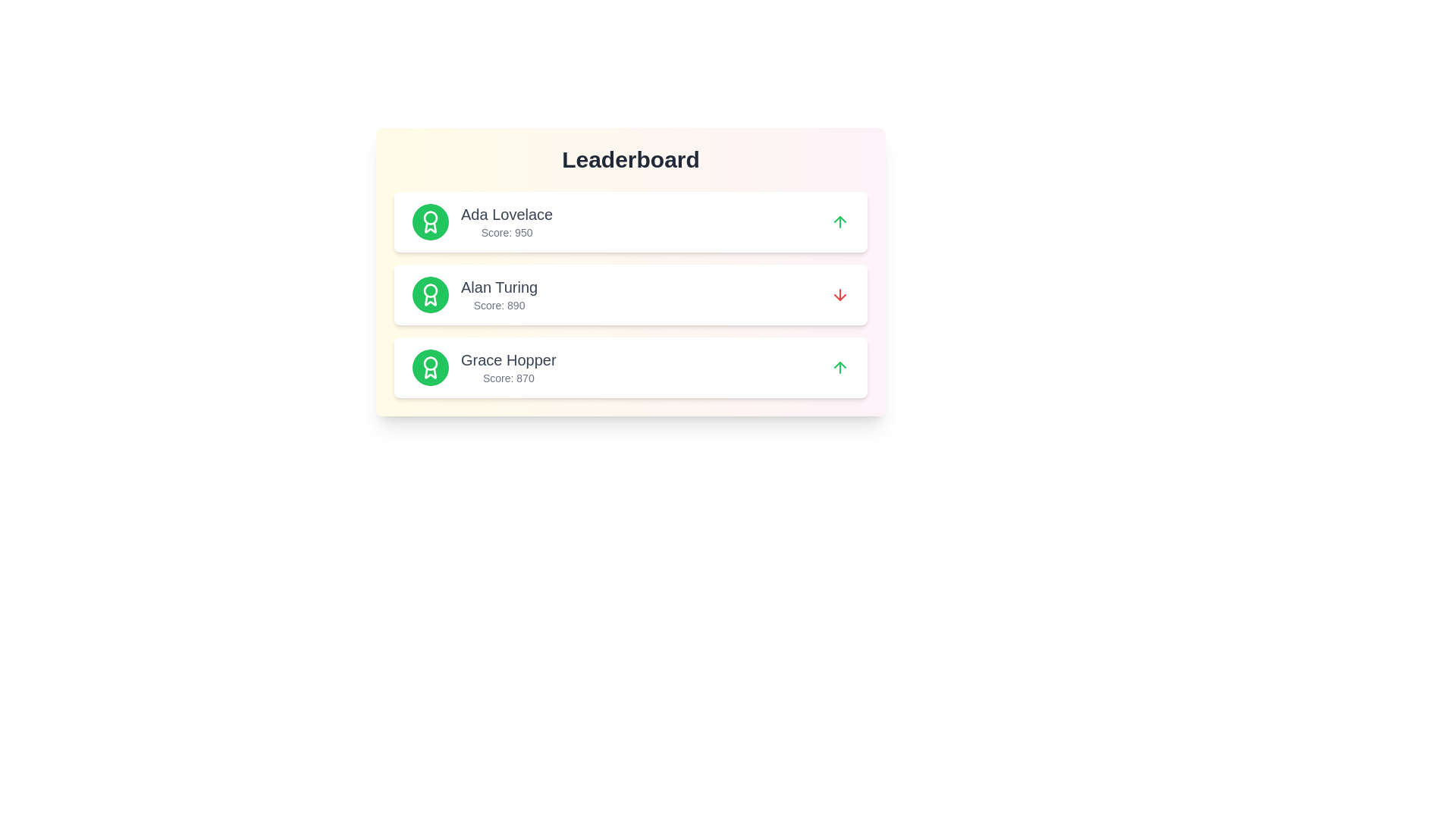  What do you see at coordinates (630, 368) in the screenshot?
I see `the leaderboard entry for Grace Hopper` at bounding box center [630, 368].